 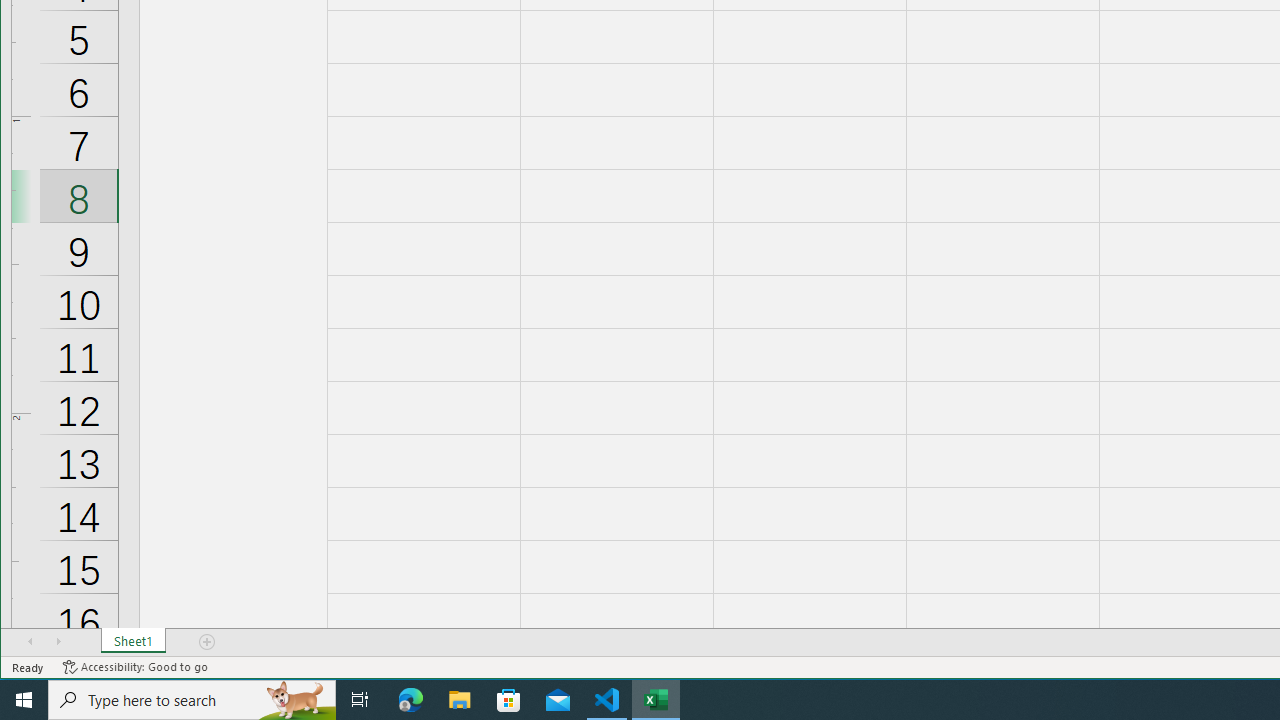 What do you see at coordinates (606, 698) in the screenshot?
I see `'Visual Studio Code - 1 running window'` at bounding box center [606, 698].